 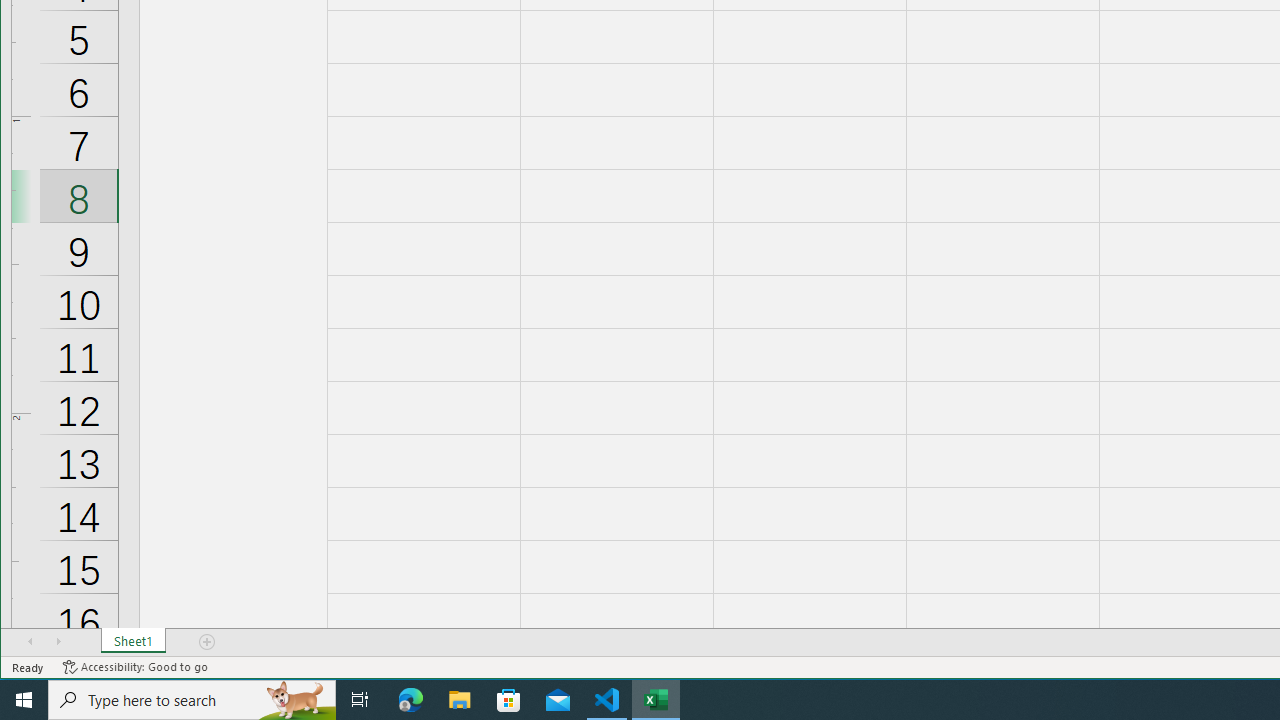 What do you see at coordinates (606, 698) in the screenshot?
I see `'Visual Studio Code - 1 running window'` at bounding box center [606, 698].